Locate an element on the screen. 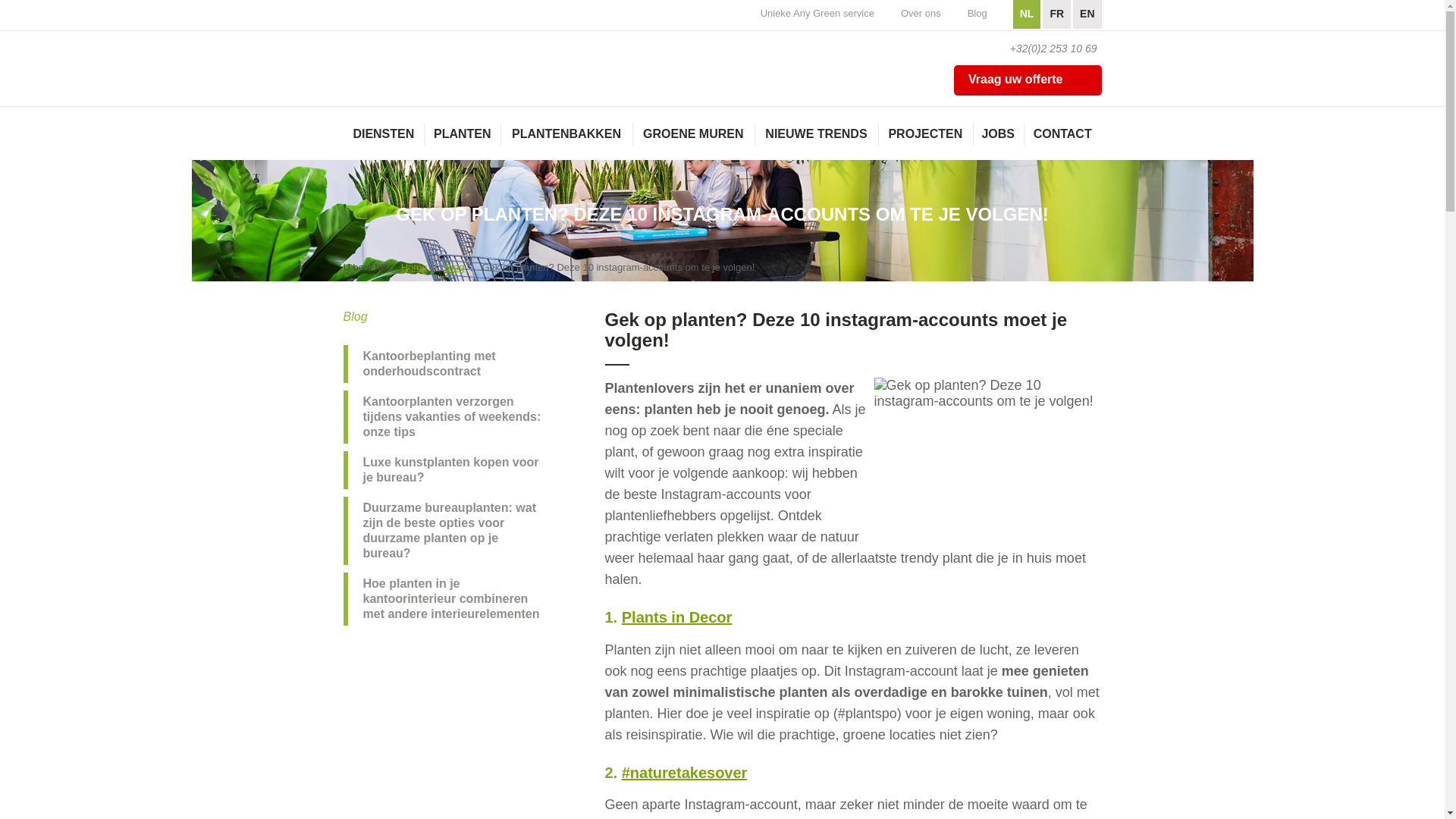  'GROENE MUREN' is located at coordinates (692, 141).